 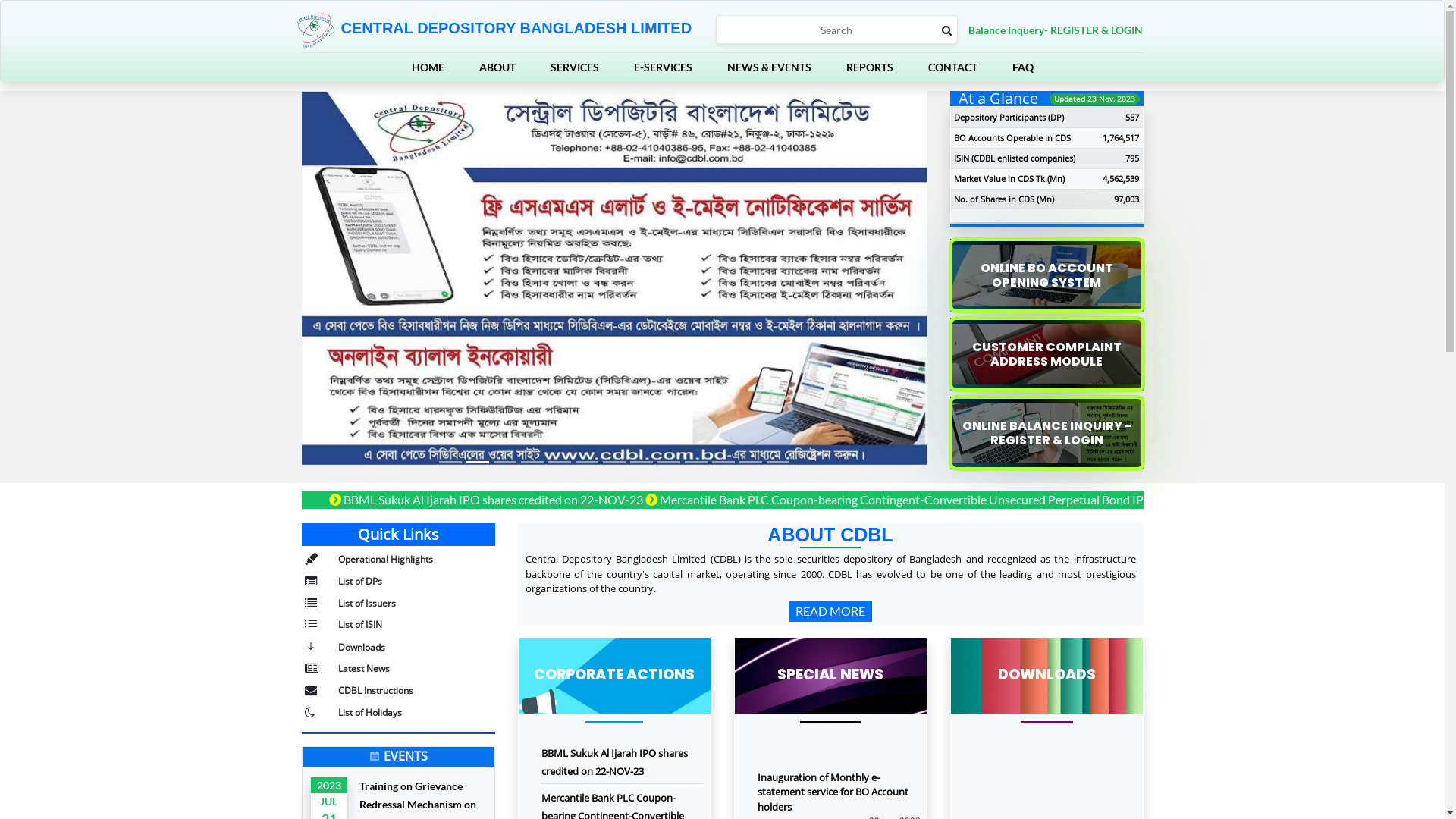 I want to click on 'List of ISIN', so click(x=359, y=624).